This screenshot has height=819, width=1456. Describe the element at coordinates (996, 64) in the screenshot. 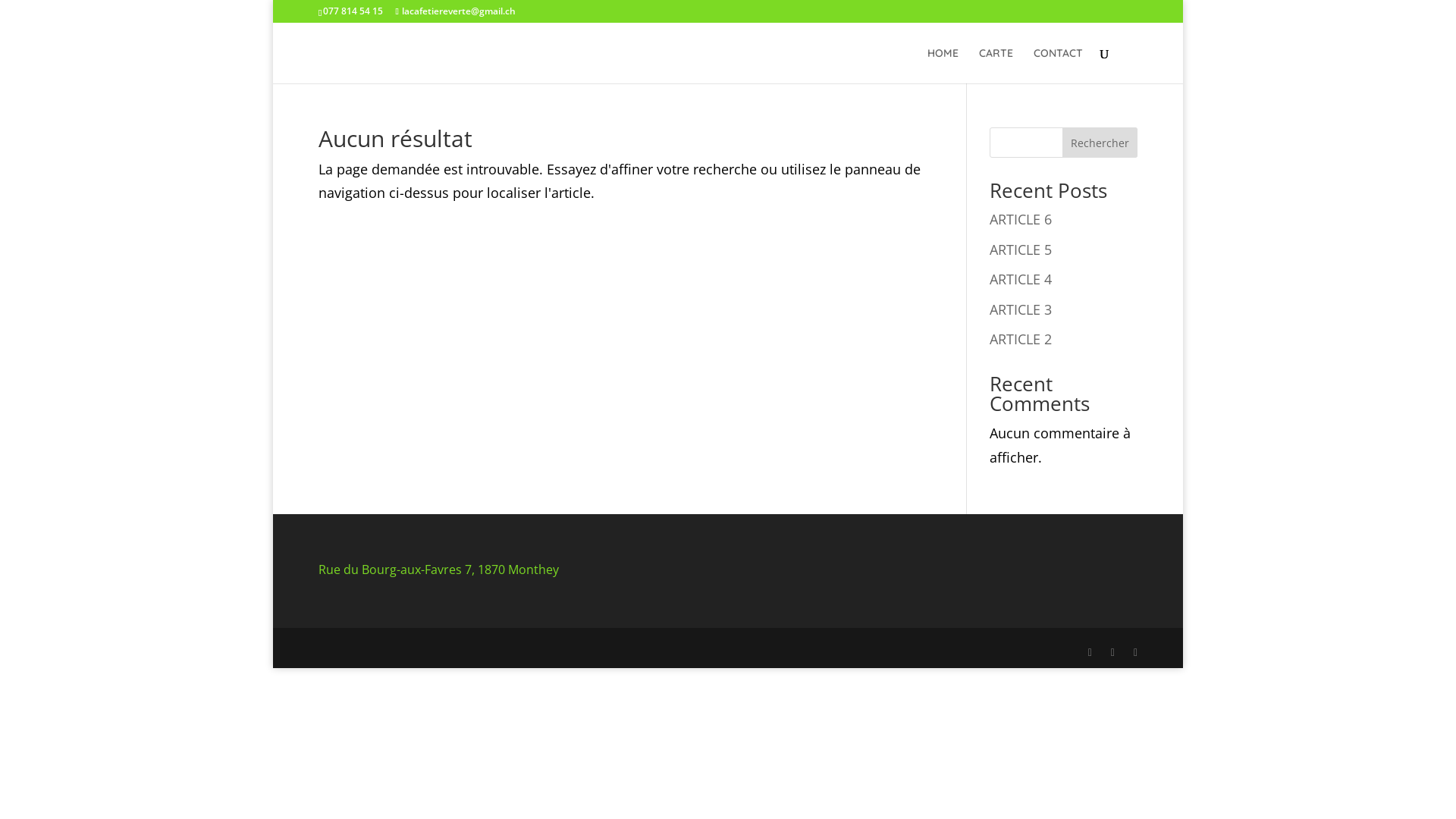

I see `'CARTE'` at that location.